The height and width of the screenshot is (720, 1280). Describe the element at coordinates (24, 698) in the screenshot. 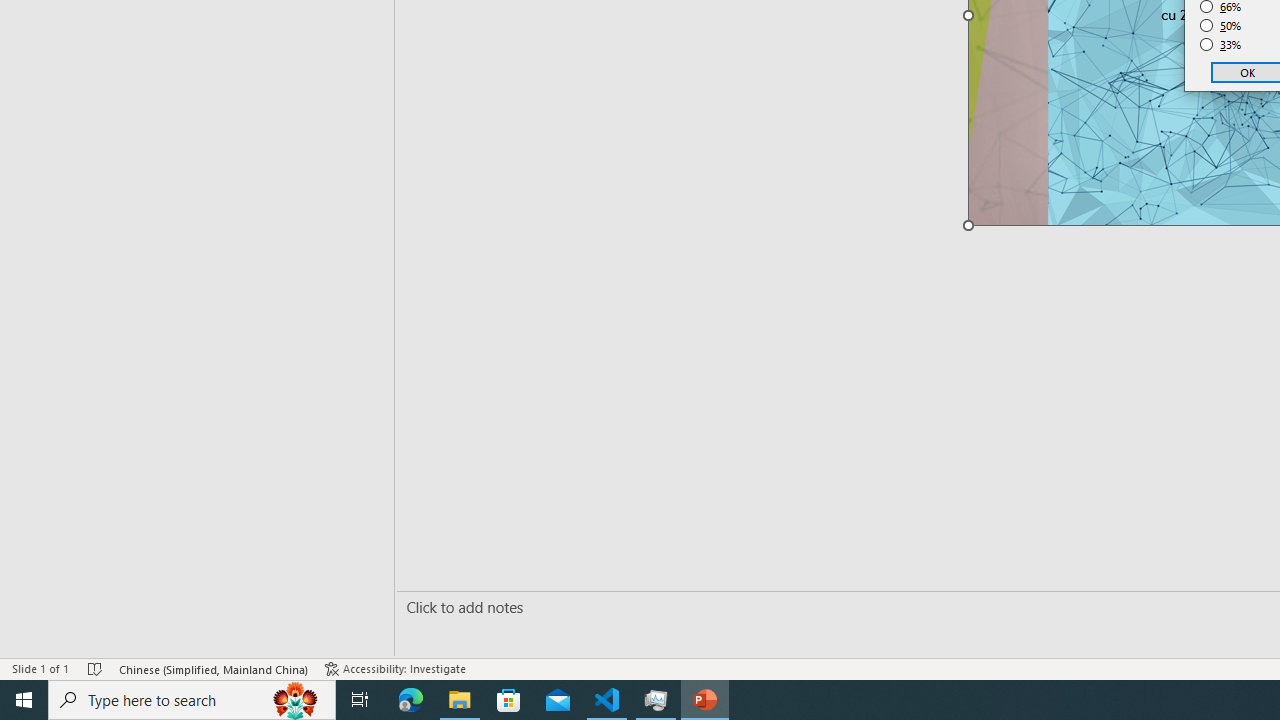

I see `'Start'` at that location.